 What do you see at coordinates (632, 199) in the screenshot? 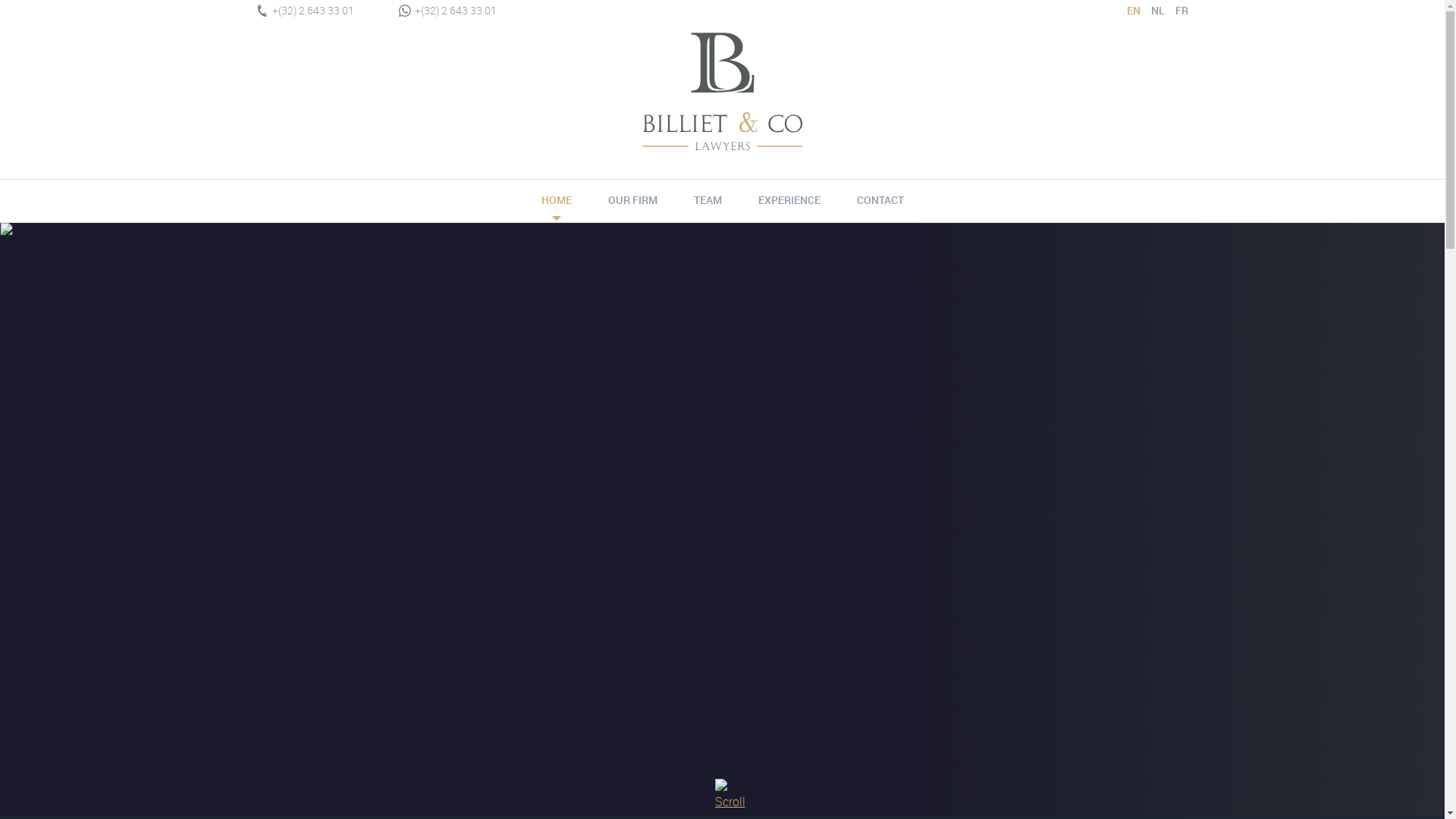
I see `'OUR FIRM'` at bounding box center [632, 199].